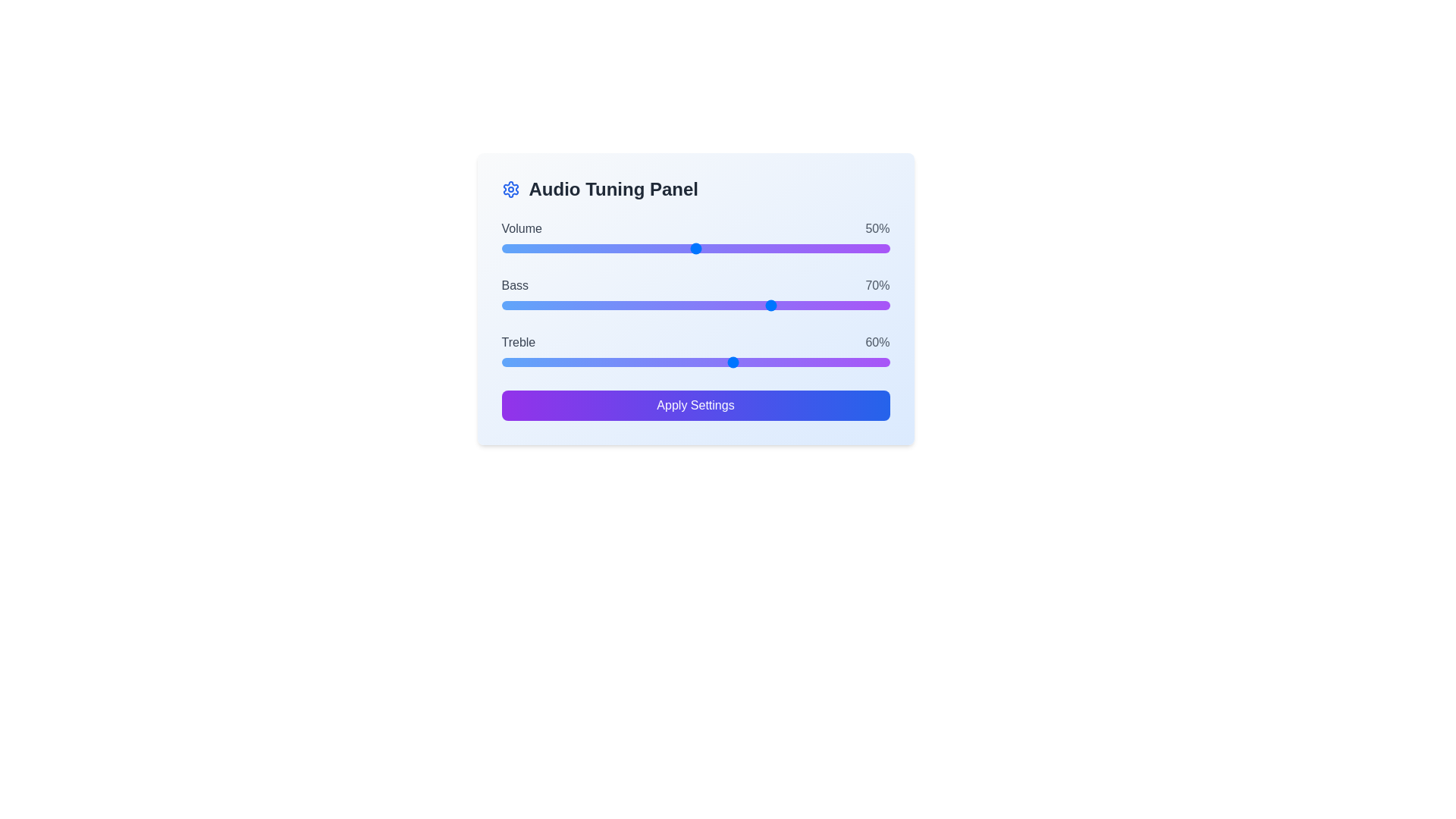 This screenshot has width=1456, height=819. What do you see at coordinates (795, 362) in the screenshot?
I see `the slider's value` at bounding box center [795, 362].